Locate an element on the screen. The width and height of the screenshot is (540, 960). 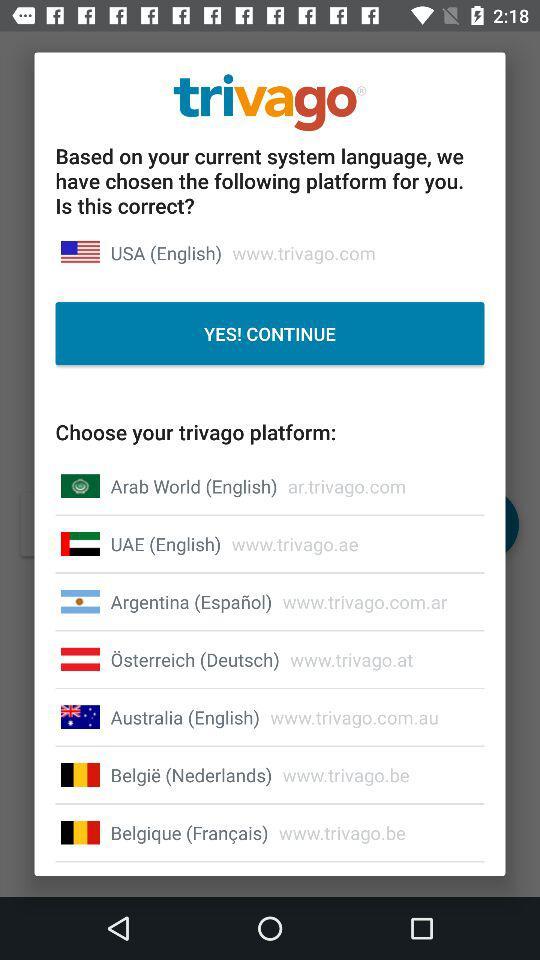
icon below based on your item is located at coordinates (165, 252).